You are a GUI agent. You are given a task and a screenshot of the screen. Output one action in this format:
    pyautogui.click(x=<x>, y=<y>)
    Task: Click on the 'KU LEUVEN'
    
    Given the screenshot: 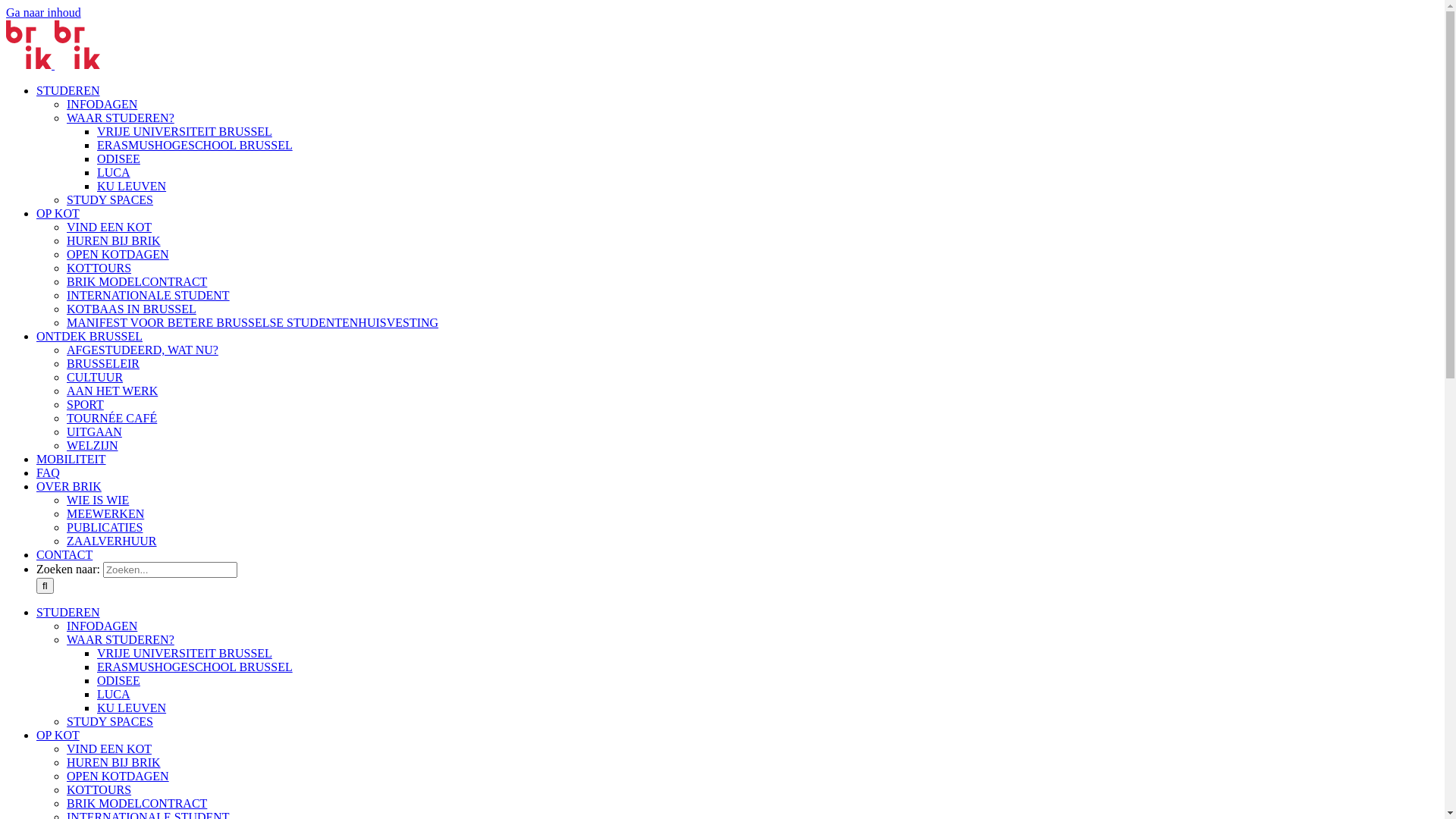 What is the action you would take?
    pyautogui.click(x=96, y=185)
    